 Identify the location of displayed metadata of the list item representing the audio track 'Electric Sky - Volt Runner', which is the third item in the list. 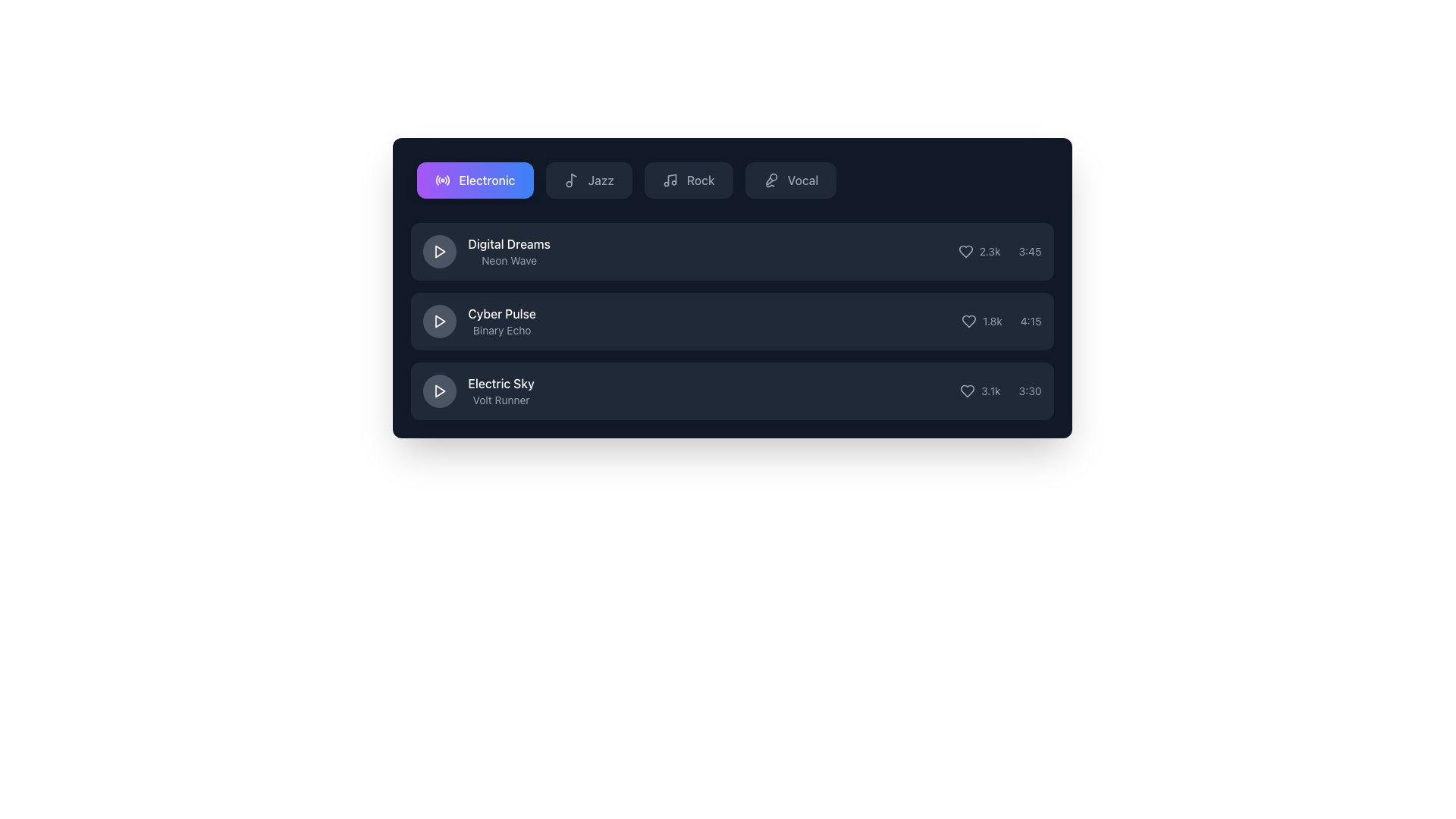
(732, 391).